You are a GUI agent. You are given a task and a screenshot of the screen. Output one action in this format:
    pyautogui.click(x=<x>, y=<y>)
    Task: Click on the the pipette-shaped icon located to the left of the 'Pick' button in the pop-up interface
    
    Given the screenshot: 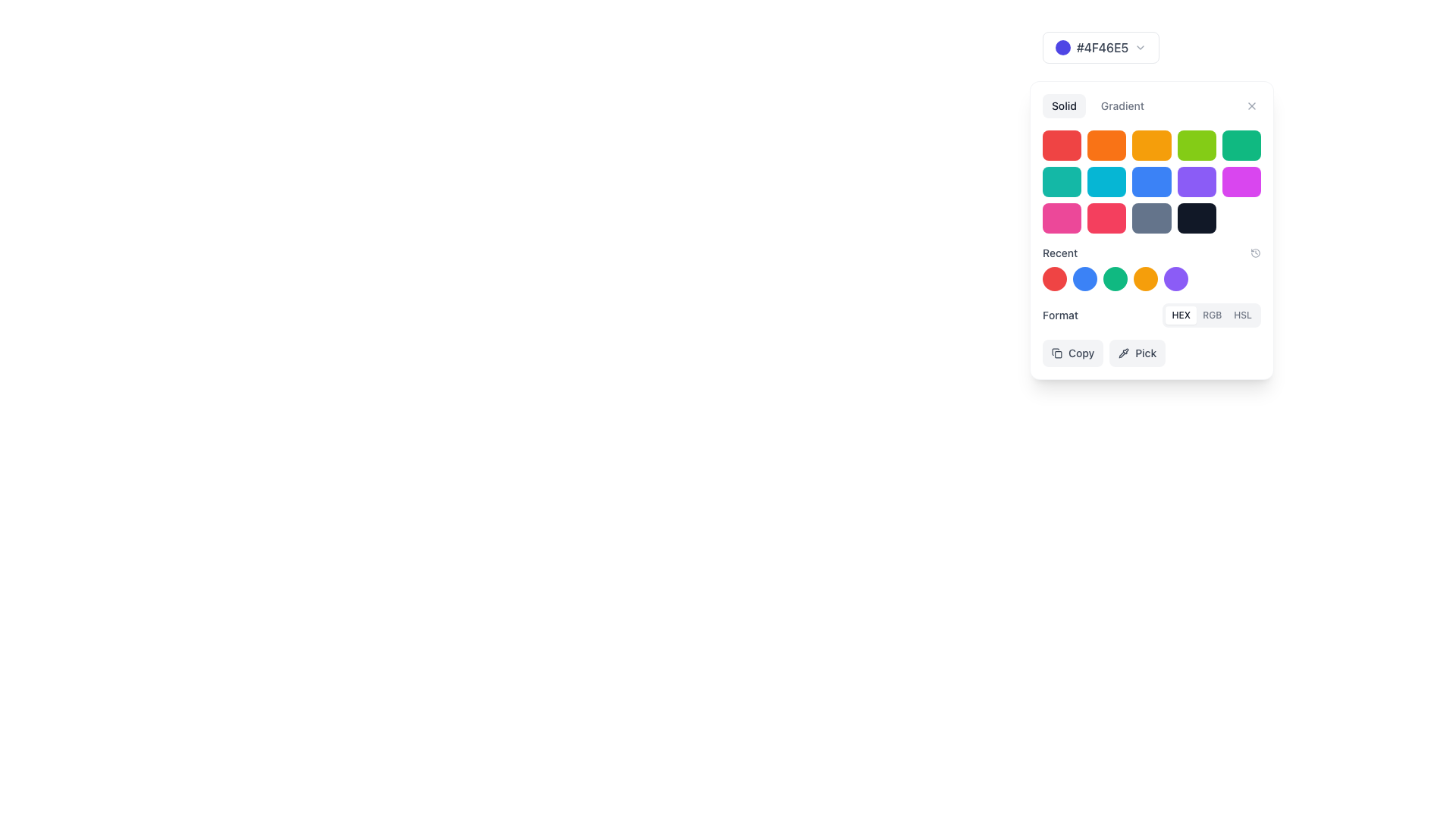 What is the action you would take?
    pyautogui.click(x=1124, y=353)
    